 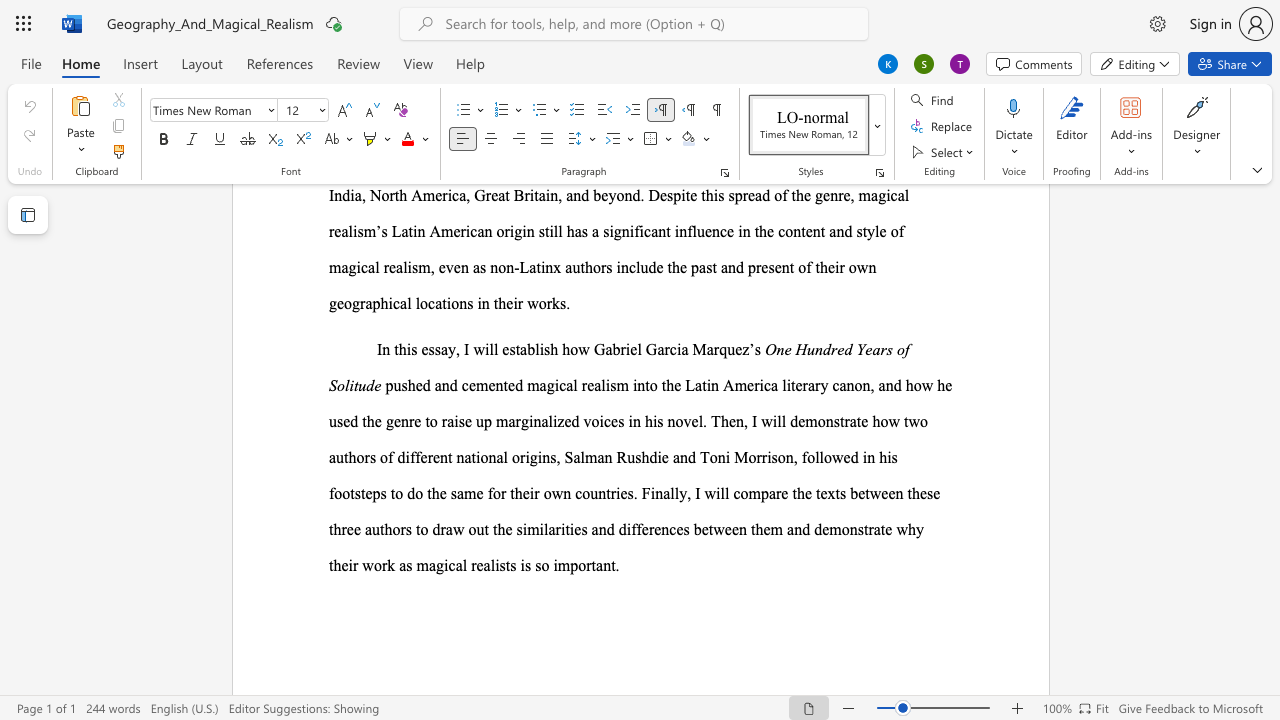 What do you see at coordinates (720, 457) in the screenshot?
I see `the 7th character "n" in the text` at bounding box center [720, 457].